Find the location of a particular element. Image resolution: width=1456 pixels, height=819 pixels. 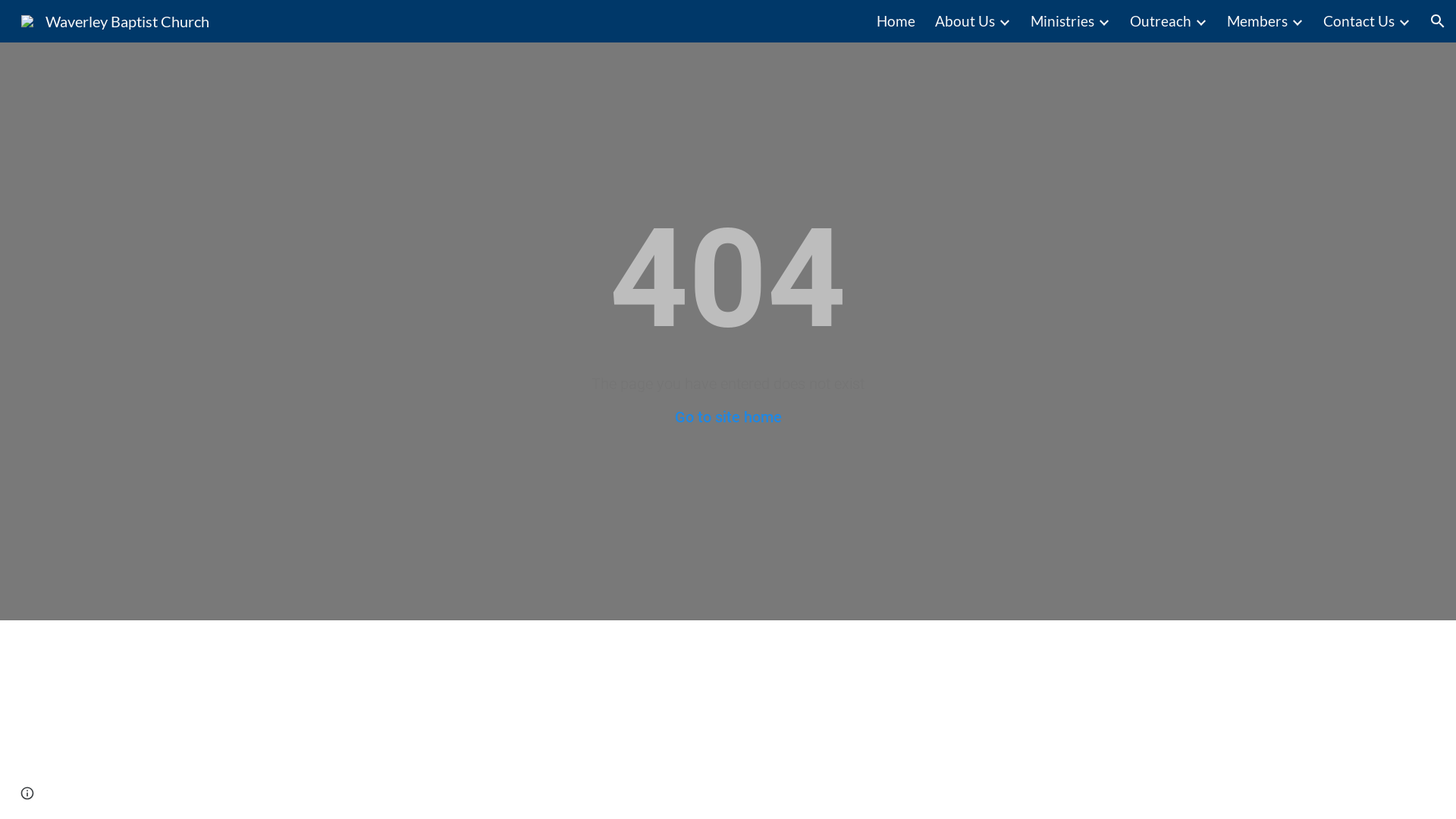

'Expand/Collapse' is located at coordinates (1200, 20).